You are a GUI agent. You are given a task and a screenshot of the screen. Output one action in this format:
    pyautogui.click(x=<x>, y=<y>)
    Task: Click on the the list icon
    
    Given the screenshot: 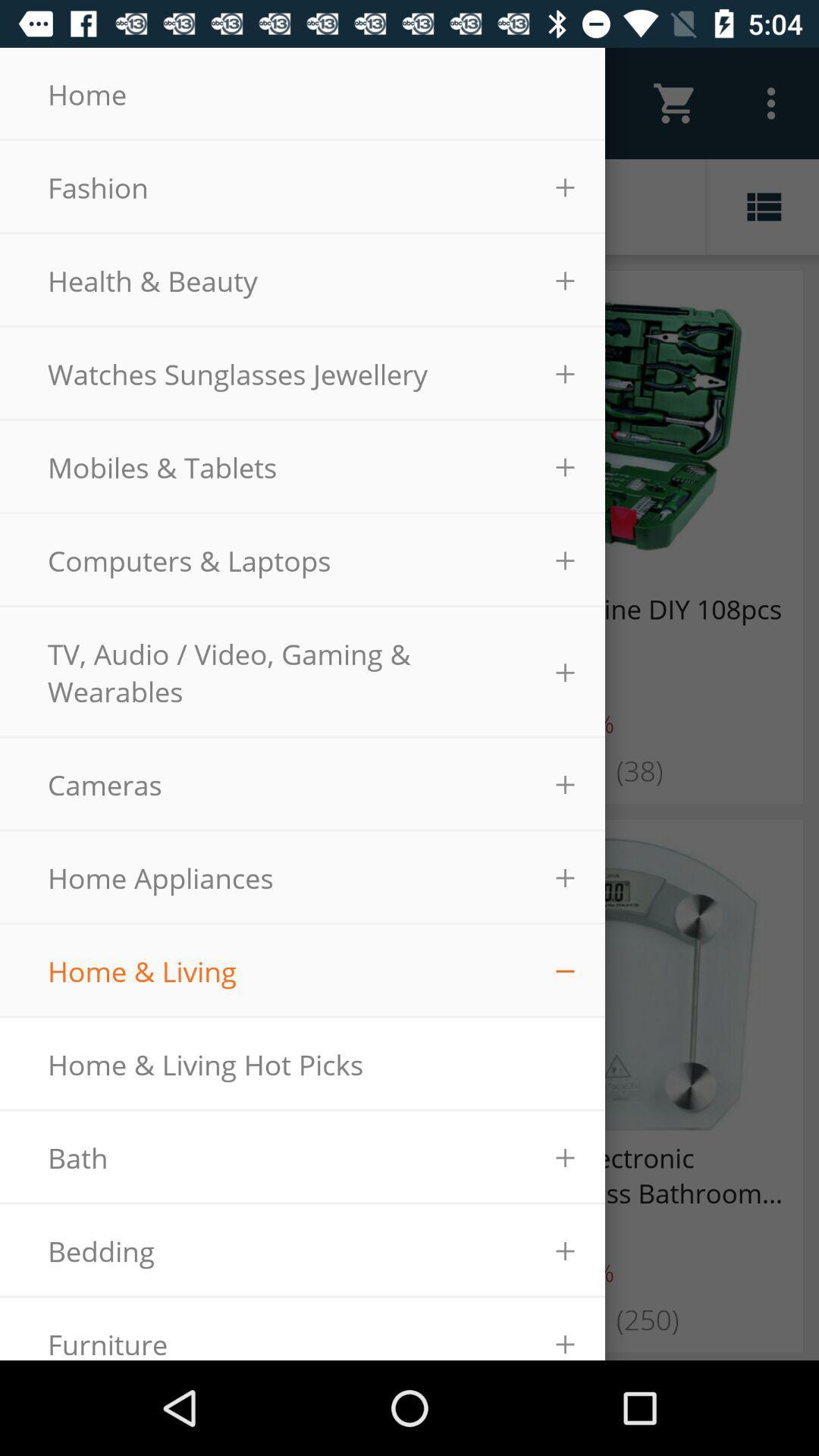 What is the action you would take?
    pyautogui.click(x=763, y=206)
    